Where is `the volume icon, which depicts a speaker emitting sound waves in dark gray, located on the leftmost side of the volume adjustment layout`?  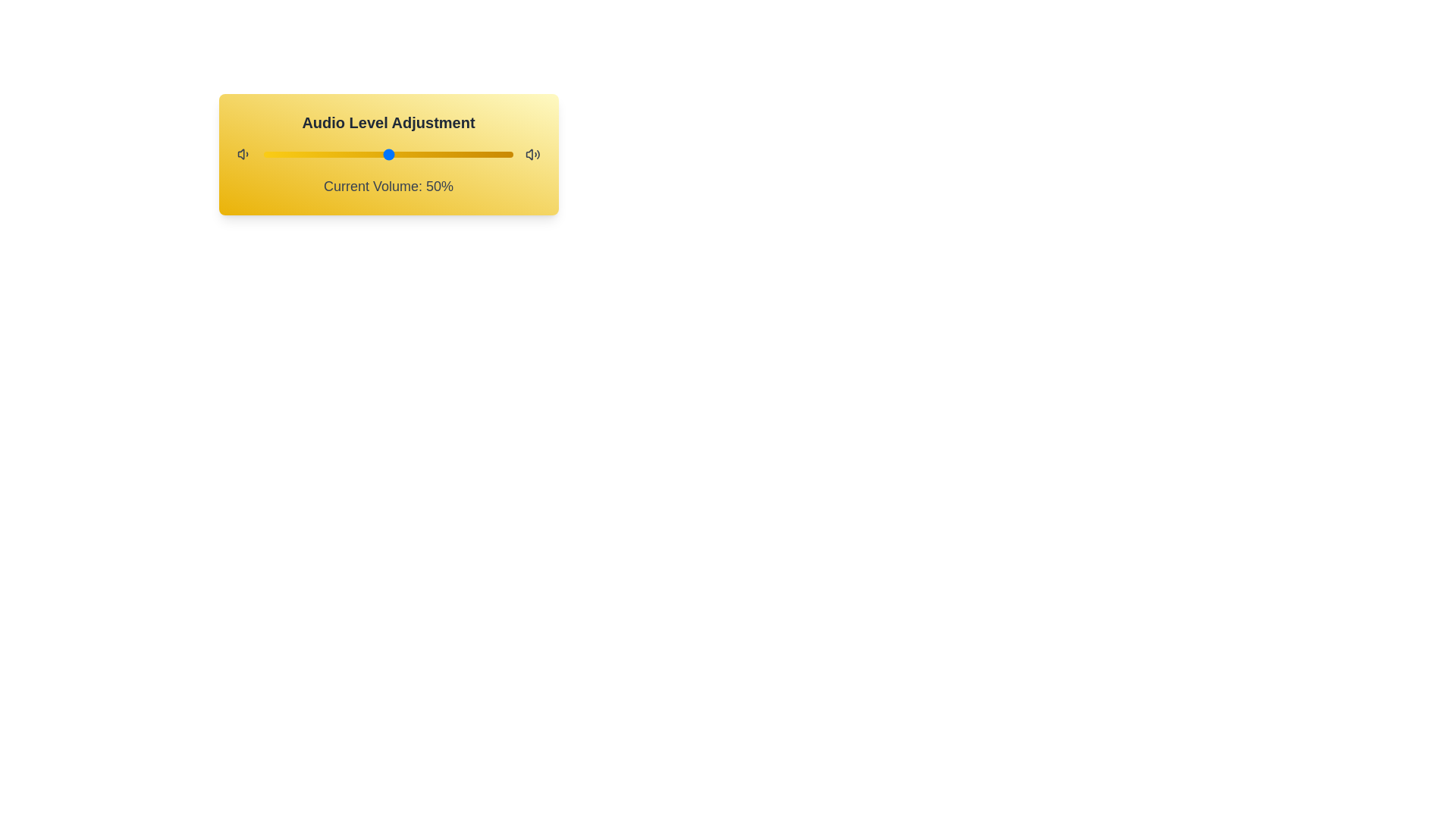 the volume icon, which depicts a speaker emitting sound waves in dark gray, located on the leftmost side of the volume adjustment layout is located at coordinates (244, 155).